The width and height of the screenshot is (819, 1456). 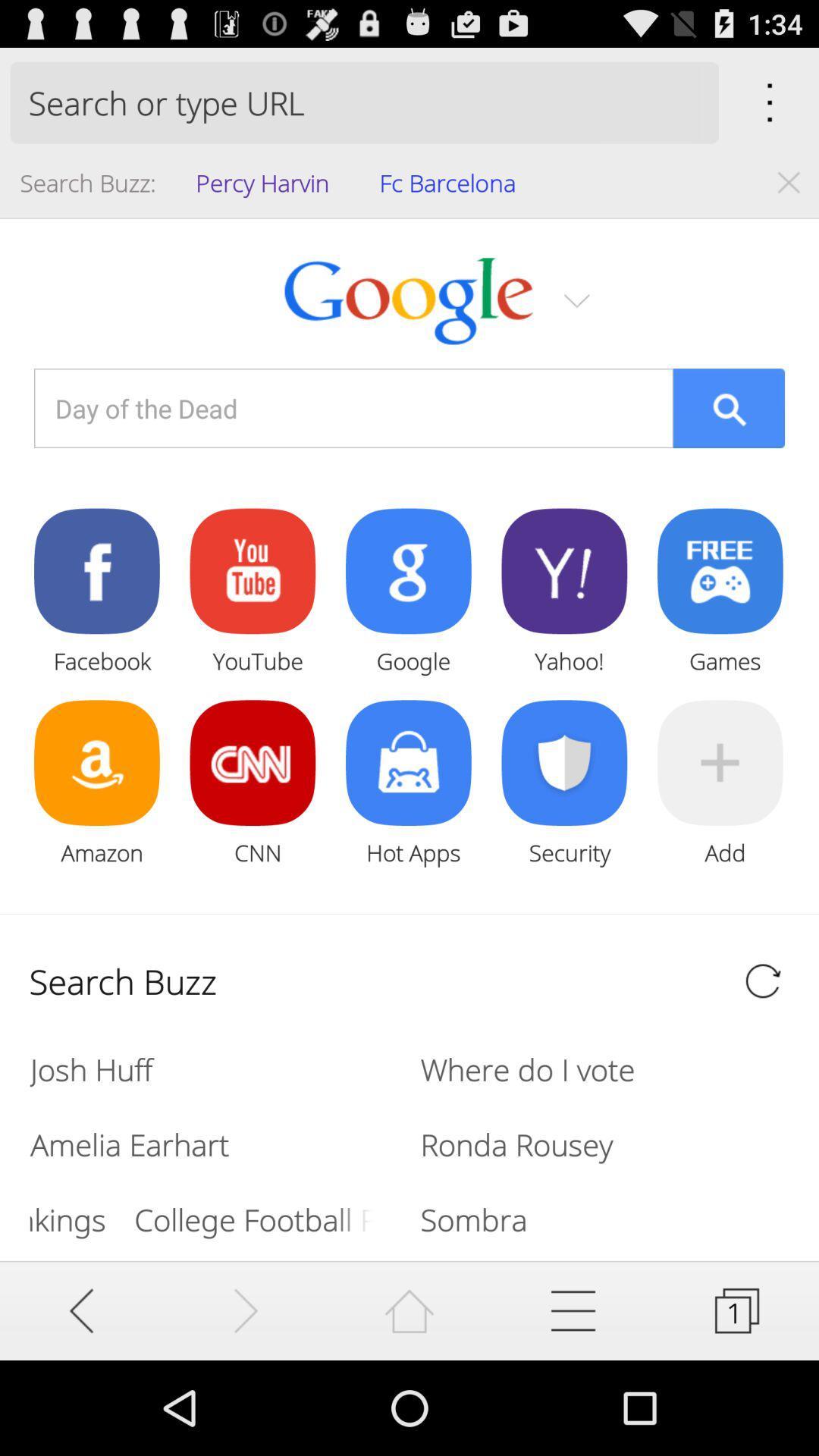 What do you see at coordinates (763, 1049) in the screenshot?
I see `the refresh icon` at bounding box center [763, 1049].